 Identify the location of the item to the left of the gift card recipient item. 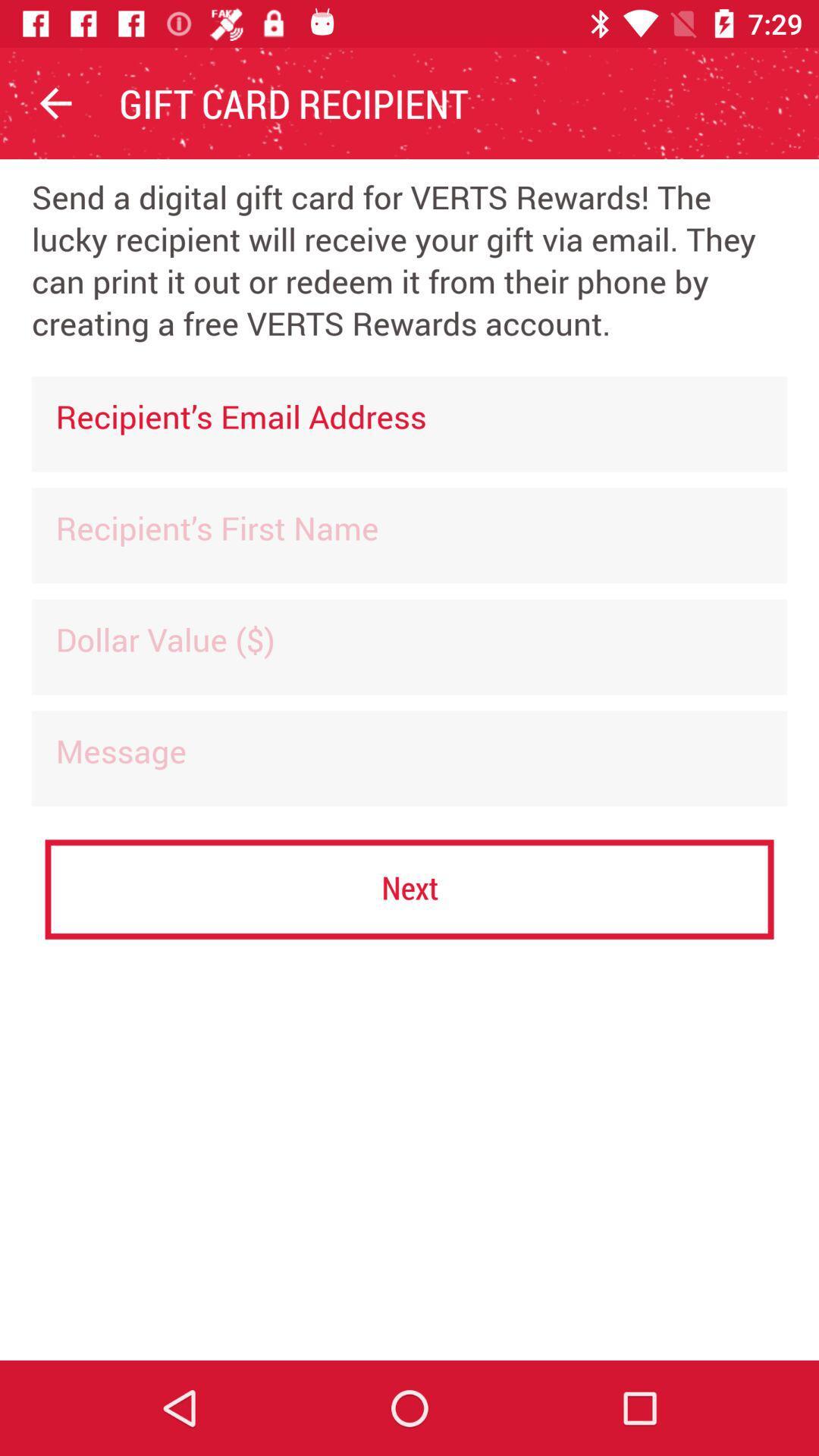
(55, 102).